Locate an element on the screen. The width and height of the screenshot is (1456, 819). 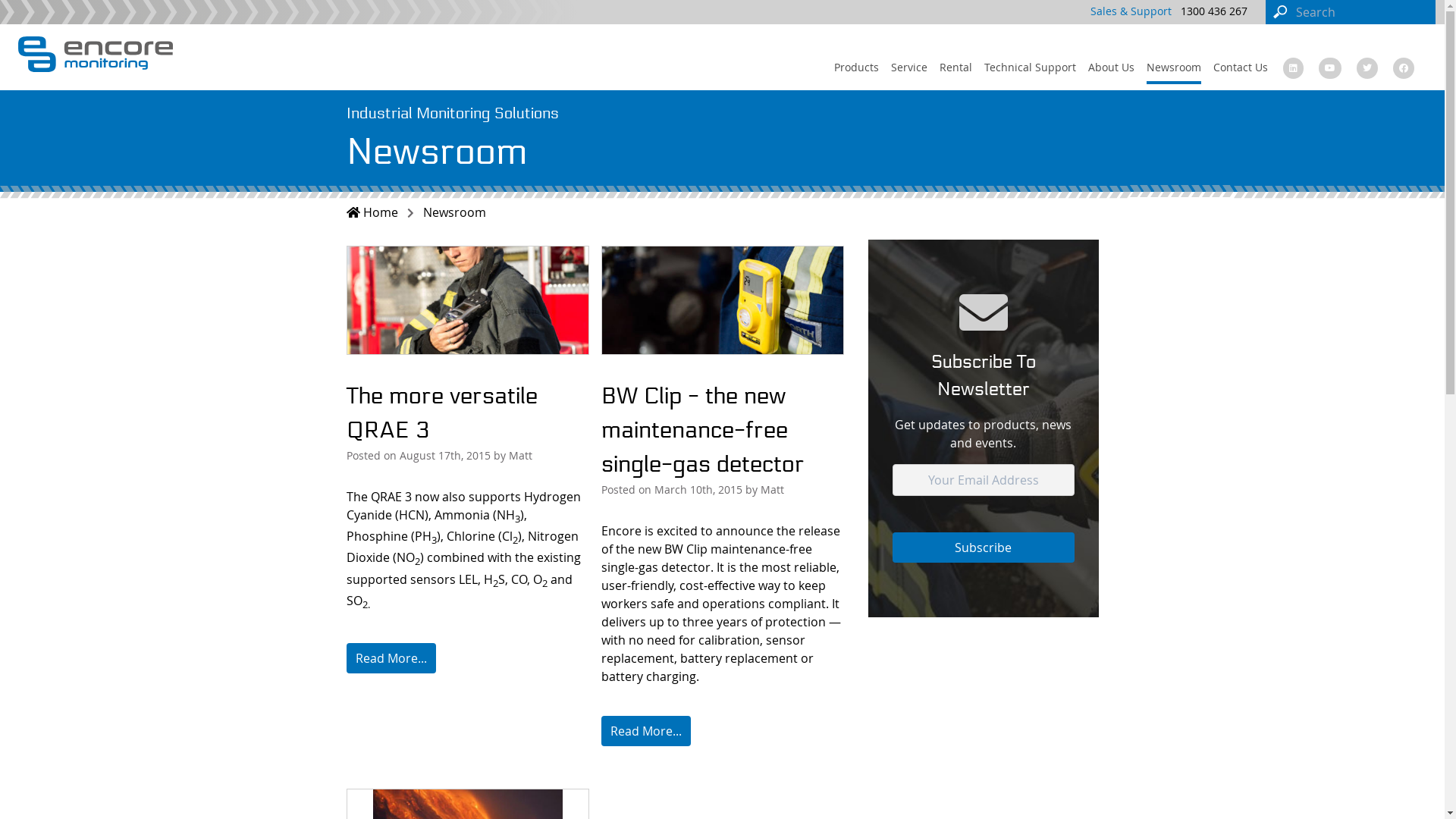
'Read More...' is located at coordinates (390, 657).